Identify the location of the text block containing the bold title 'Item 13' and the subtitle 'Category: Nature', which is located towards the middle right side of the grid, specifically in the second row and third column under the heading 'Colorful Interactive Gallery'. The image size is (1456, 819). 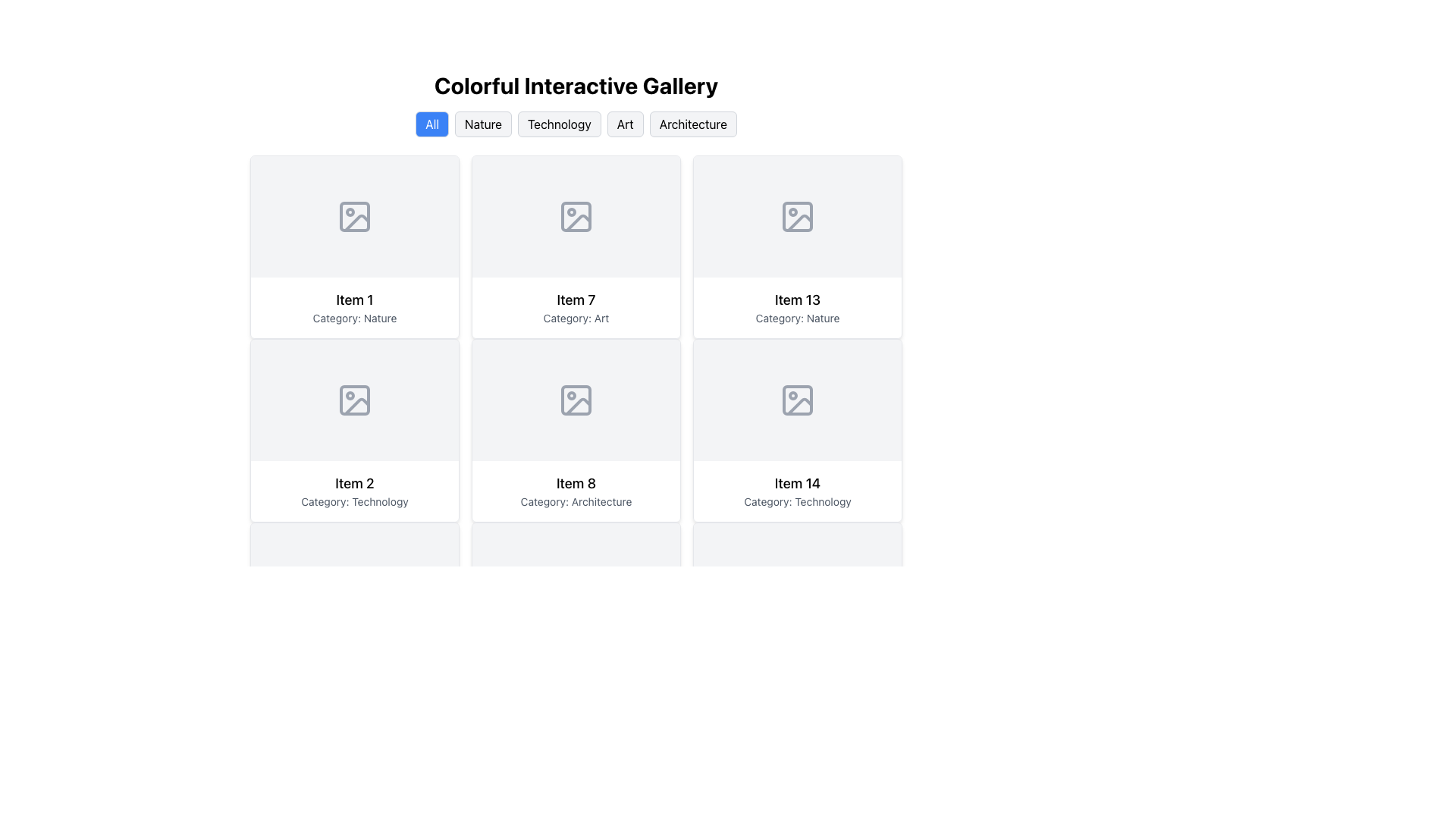
(796, 307).